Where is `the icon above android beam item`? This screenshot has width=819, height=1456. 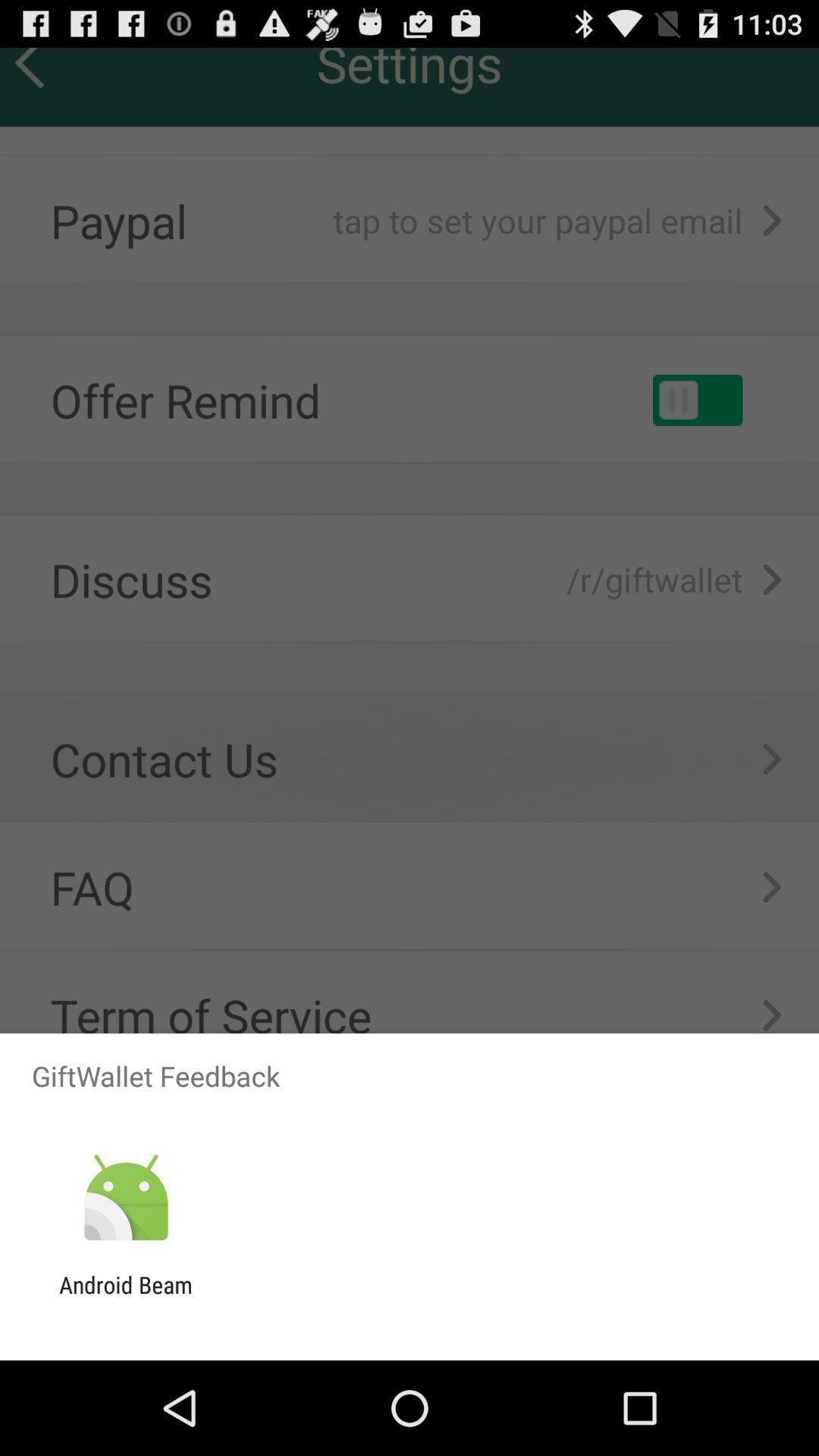 the icon above android beam item is located at coordinates (125, 1197).